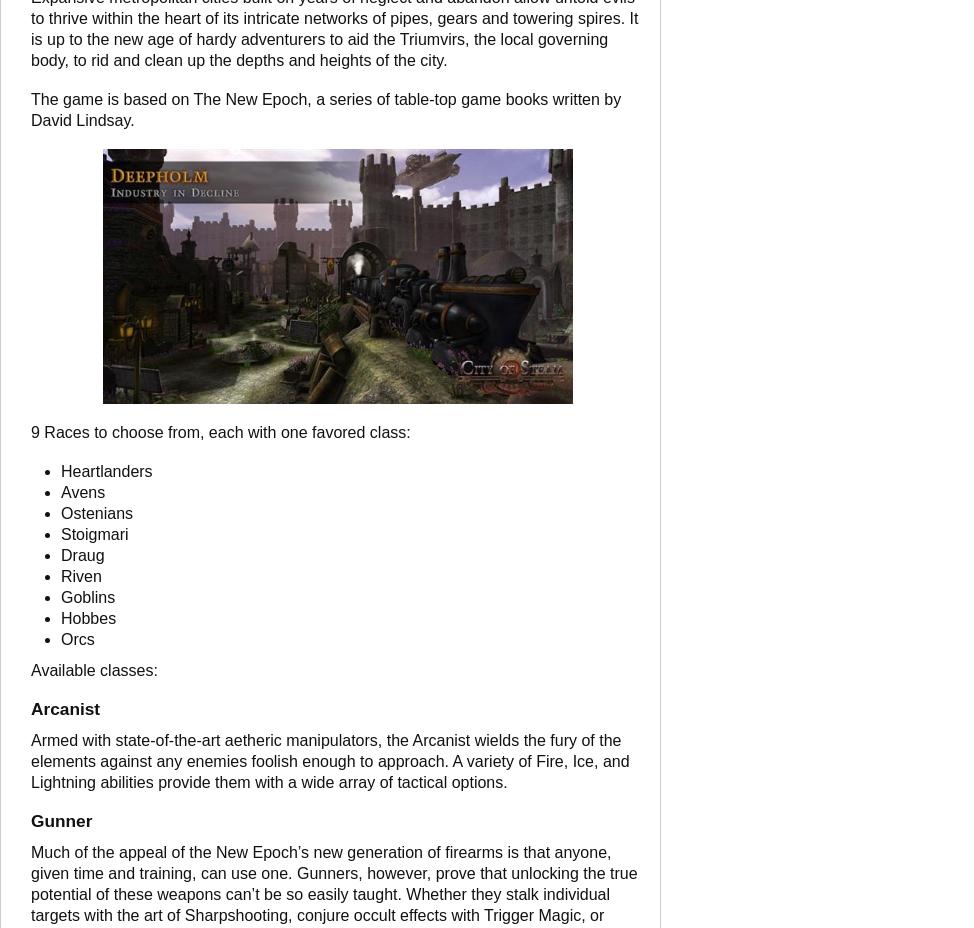  I want to click on 'Stoigmari', so click(93, 533).